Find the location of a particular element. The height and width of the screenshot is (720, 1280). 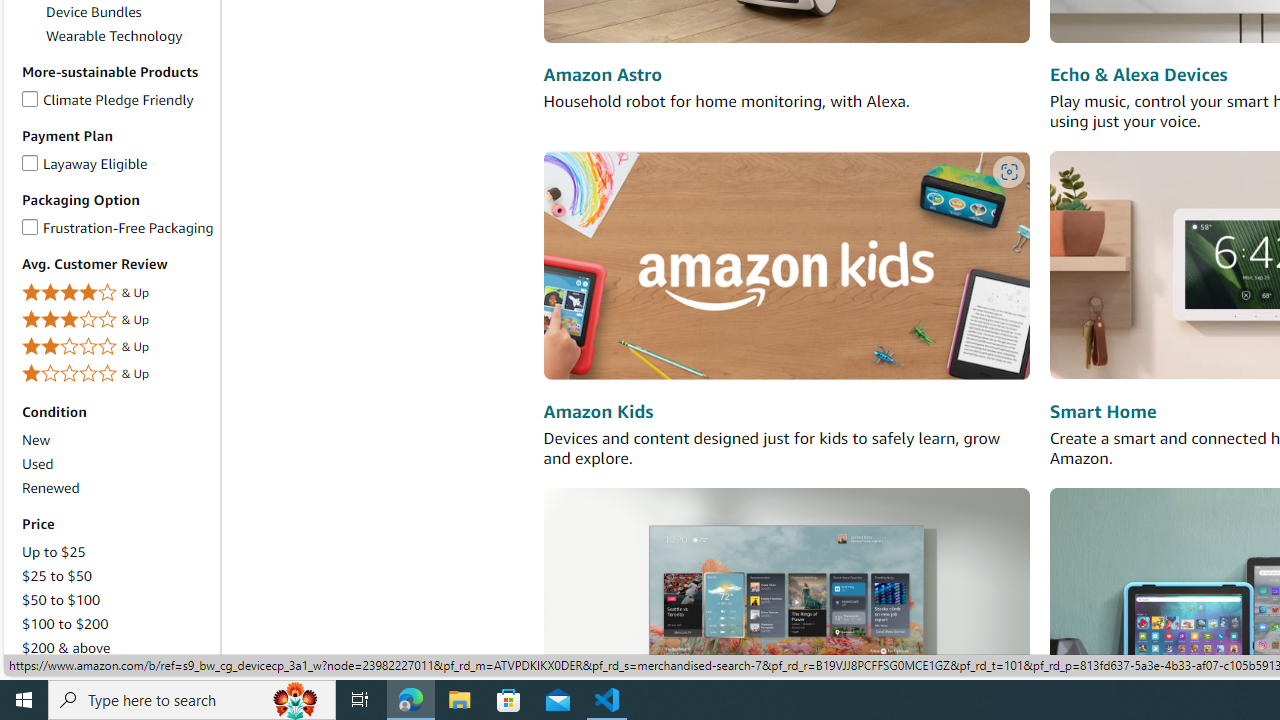

'Frustration-Free Packaging' is located at coordinates (30, 223).